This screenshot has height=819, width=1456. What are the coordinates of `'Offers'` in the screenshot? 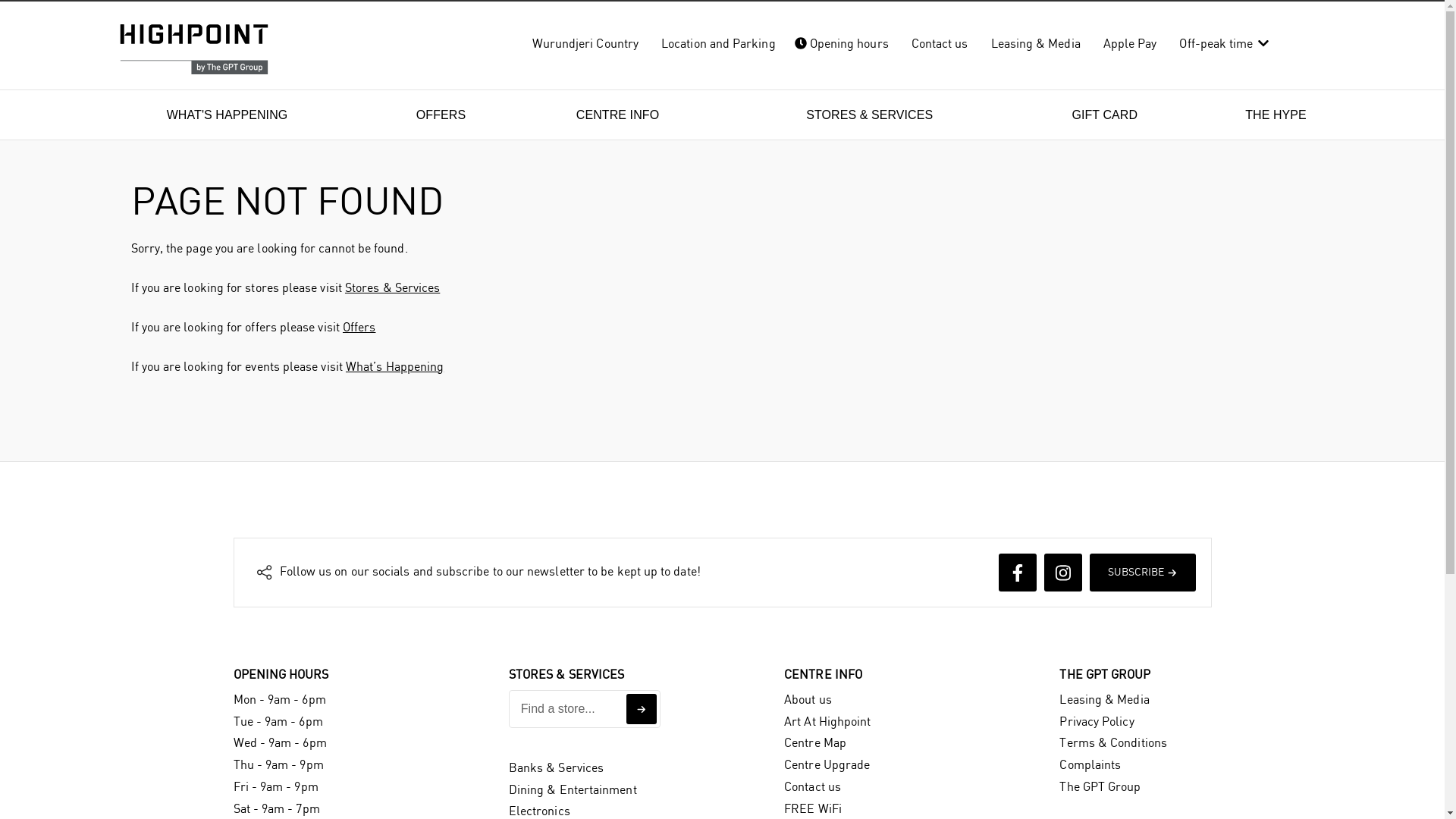 It's located at (358, 327).